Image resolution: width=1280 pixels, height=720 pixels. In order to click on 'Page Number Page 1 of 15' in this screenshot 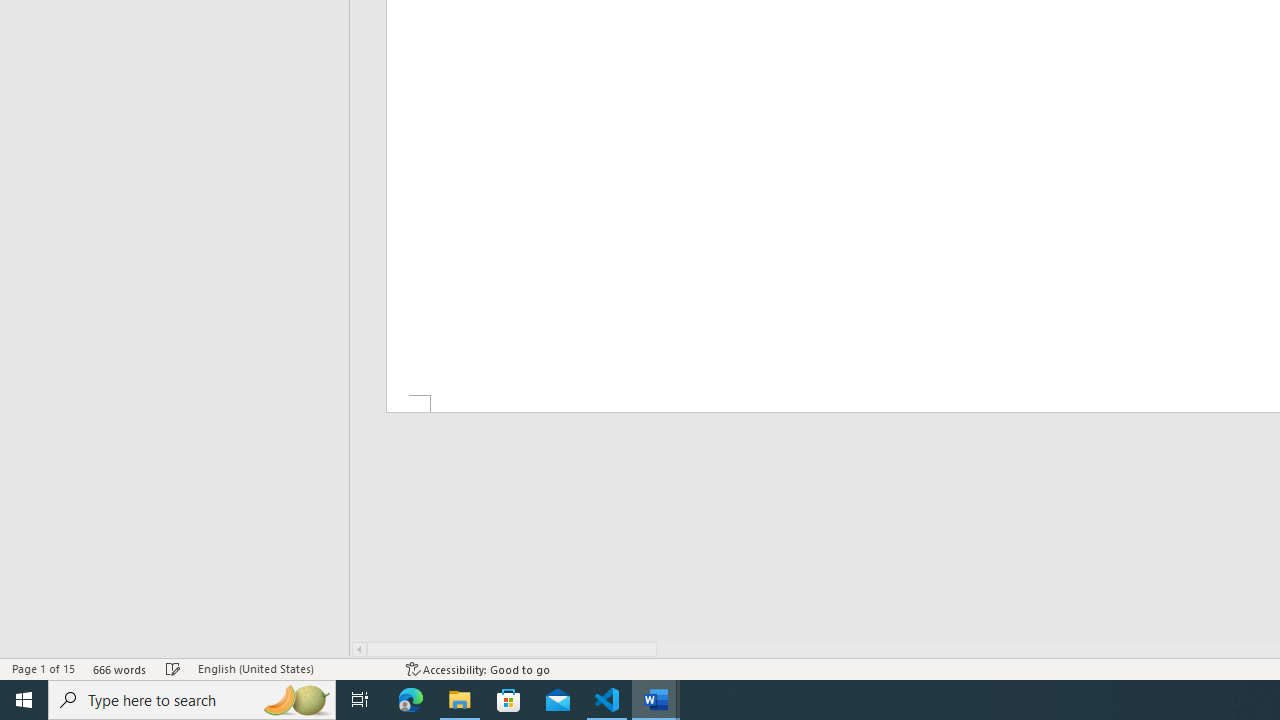, I will do `click(43, 669)`.